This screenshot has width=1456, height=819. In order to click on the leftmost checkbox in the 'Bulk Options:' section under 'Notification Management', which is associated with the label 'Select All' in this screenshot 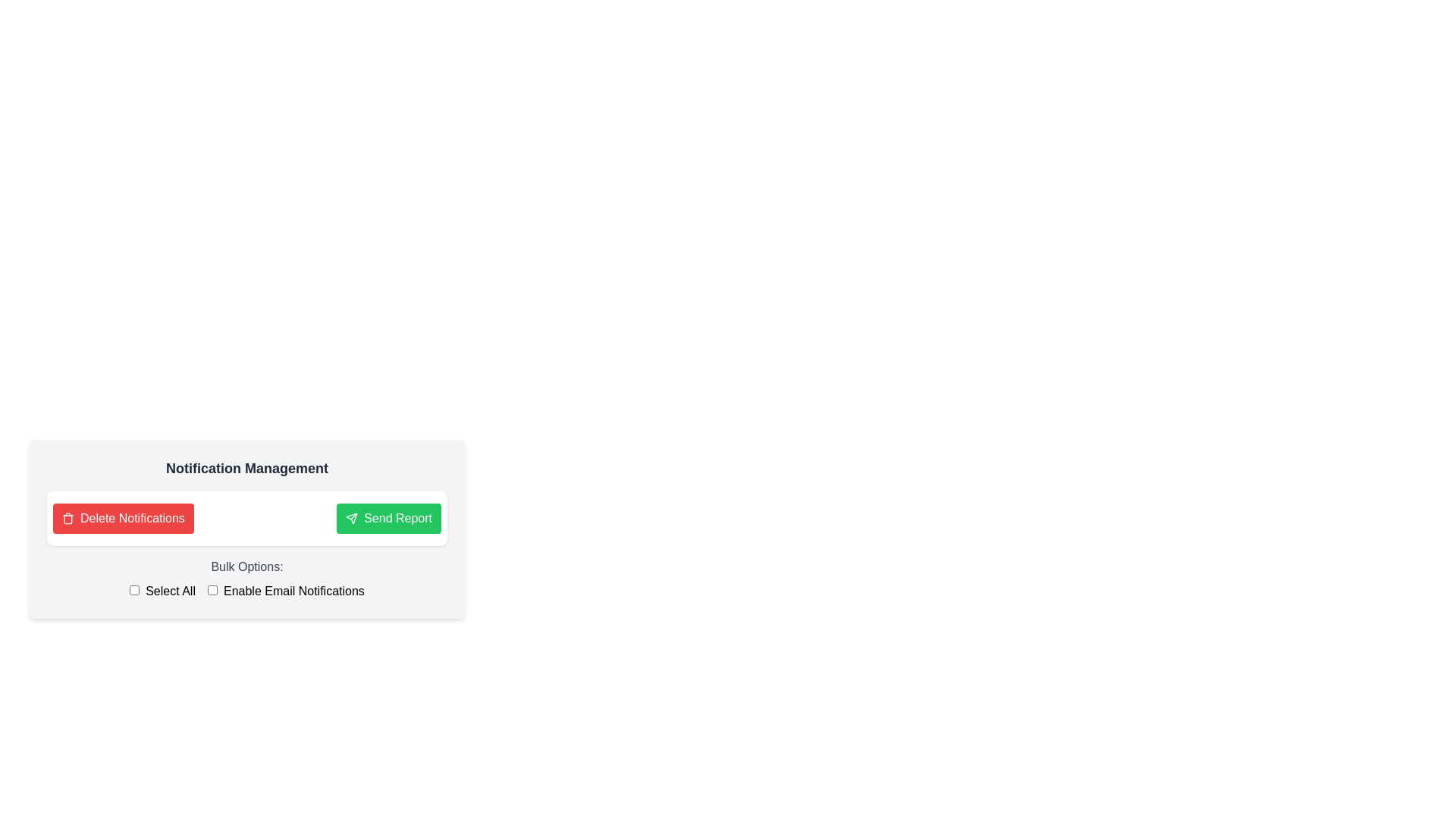, I will do `click(134, 589)`.